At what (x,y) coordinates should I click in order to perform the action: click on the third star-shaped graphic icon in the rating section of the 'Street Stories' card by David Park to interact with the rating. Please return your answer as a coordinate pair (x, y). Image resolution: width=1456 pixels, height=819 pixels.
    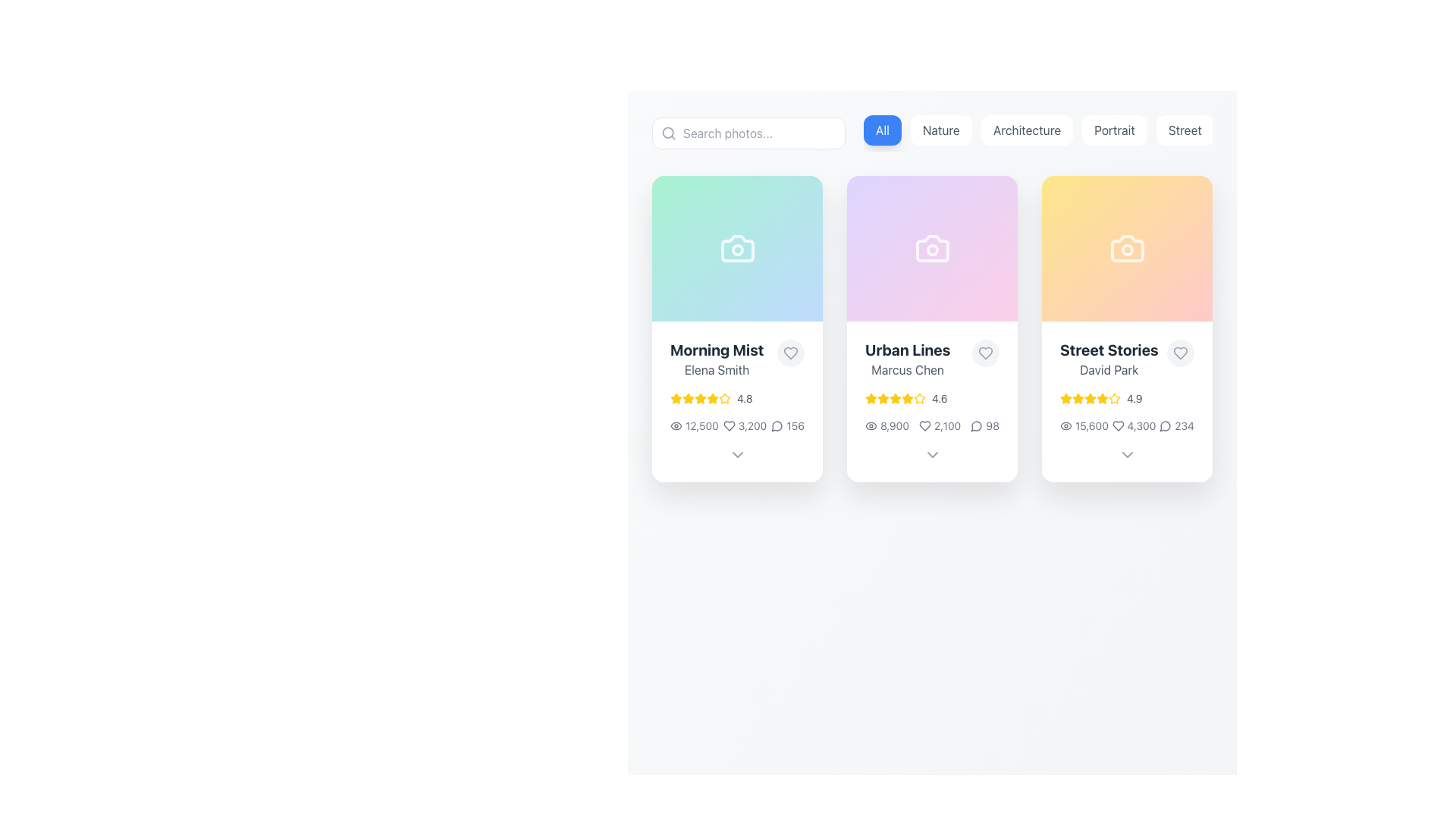
    Looking at the image, I should click on (1077, 397).